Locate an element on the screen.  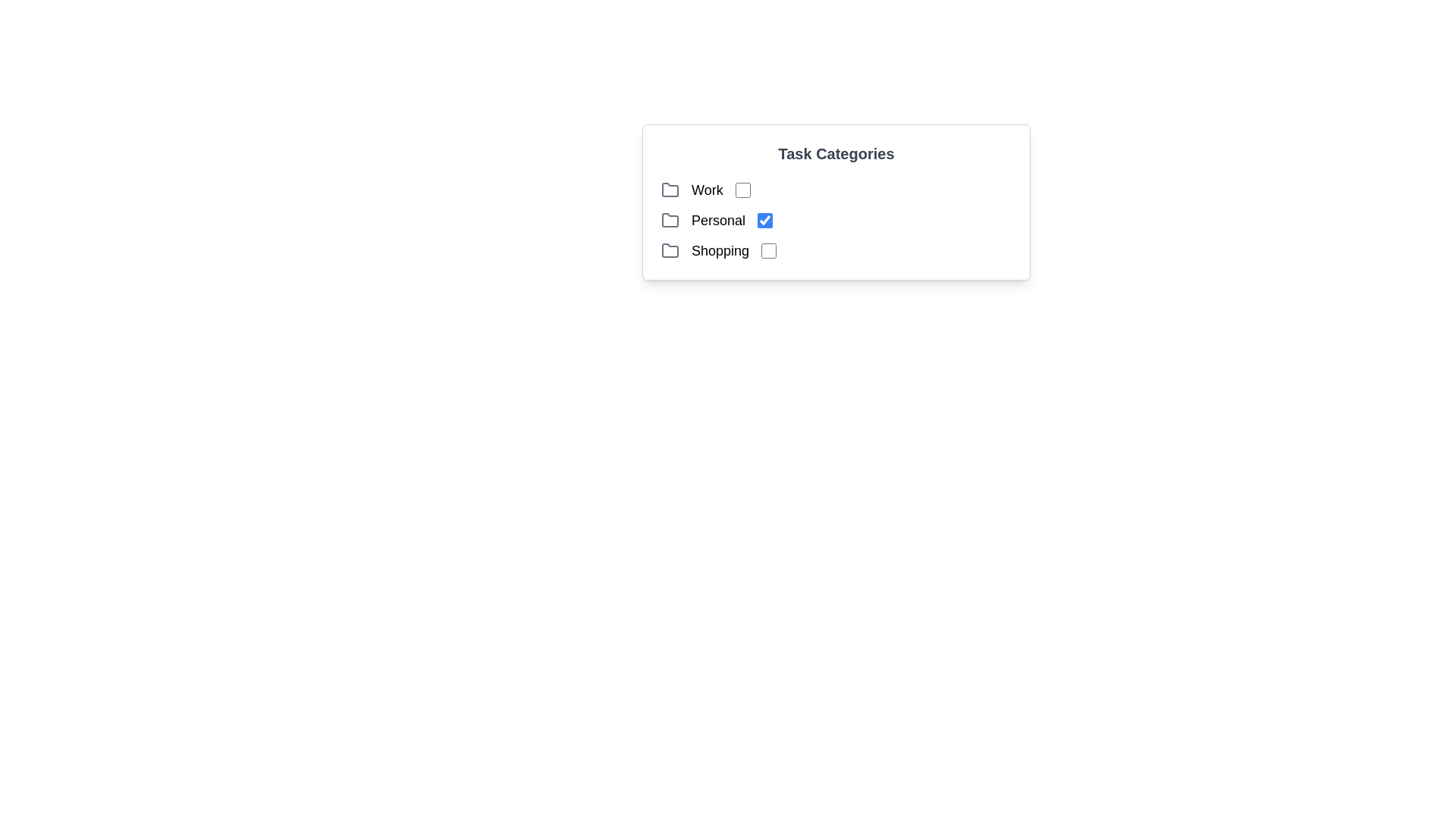
the rightmost checkbox in the group containing a folder icon and the text 'Shopping' to observe additional effects is located at coordinates (769, 250).